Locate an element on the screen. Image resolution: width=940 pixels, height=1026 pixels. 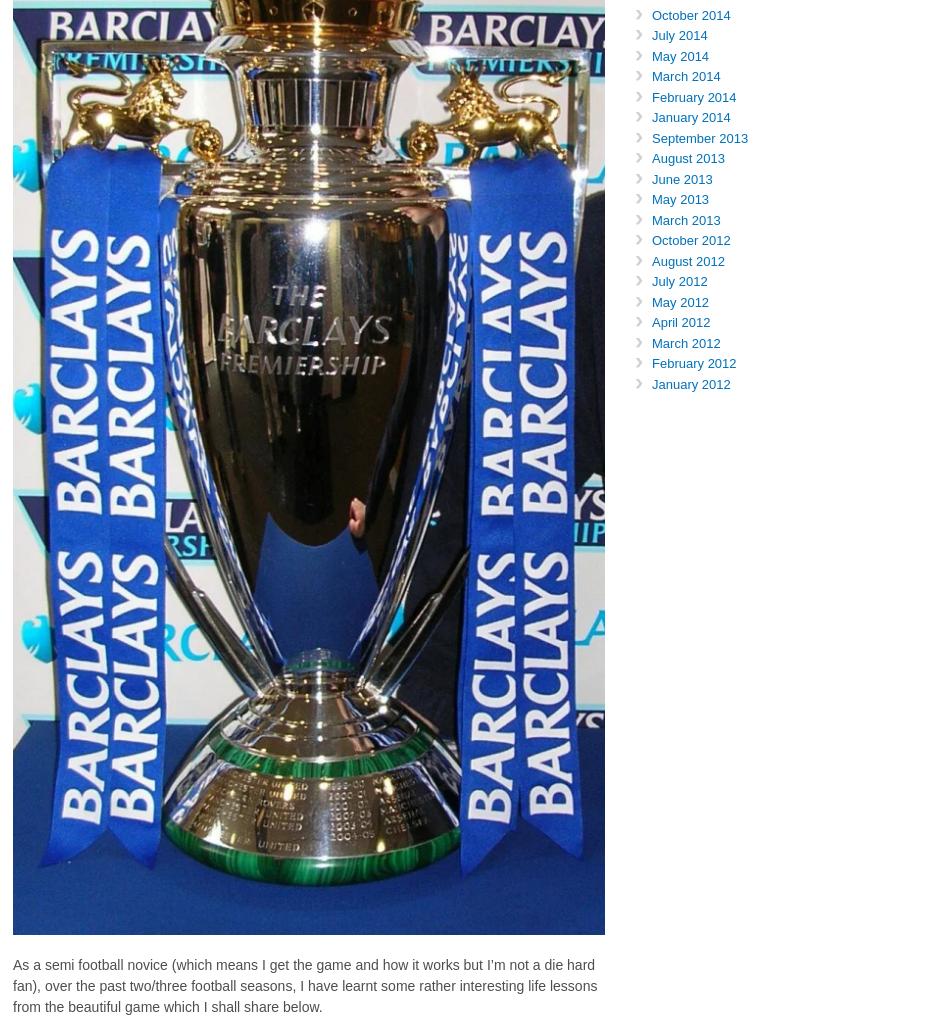
'July 2014' is located at coordinates (678, 35).